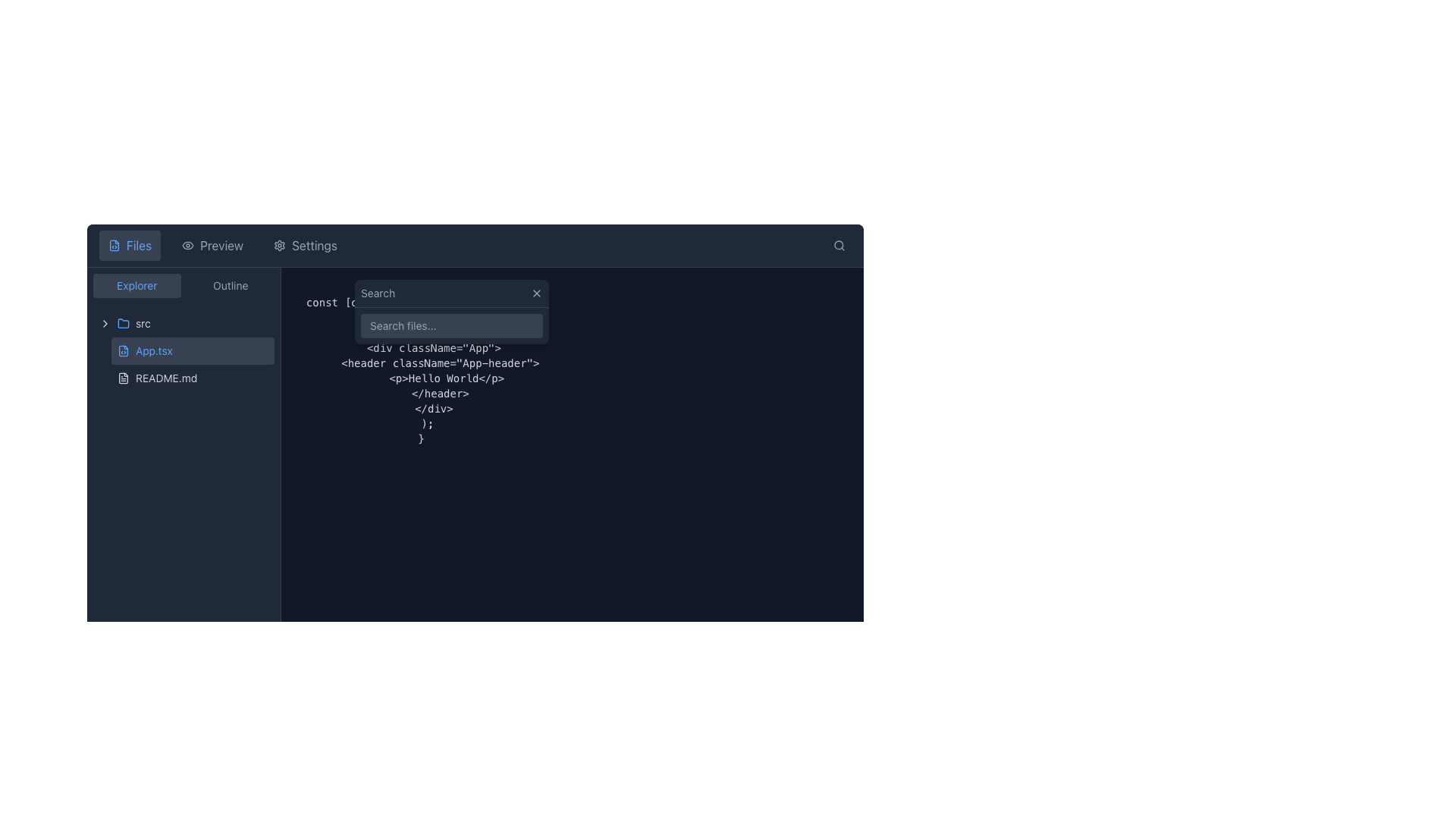 Image resolution: width=1456 pixels, height=819 pixels. Describe the element at coordinates (280, 245) in the screenshot. I see `the gear icon` at that location.